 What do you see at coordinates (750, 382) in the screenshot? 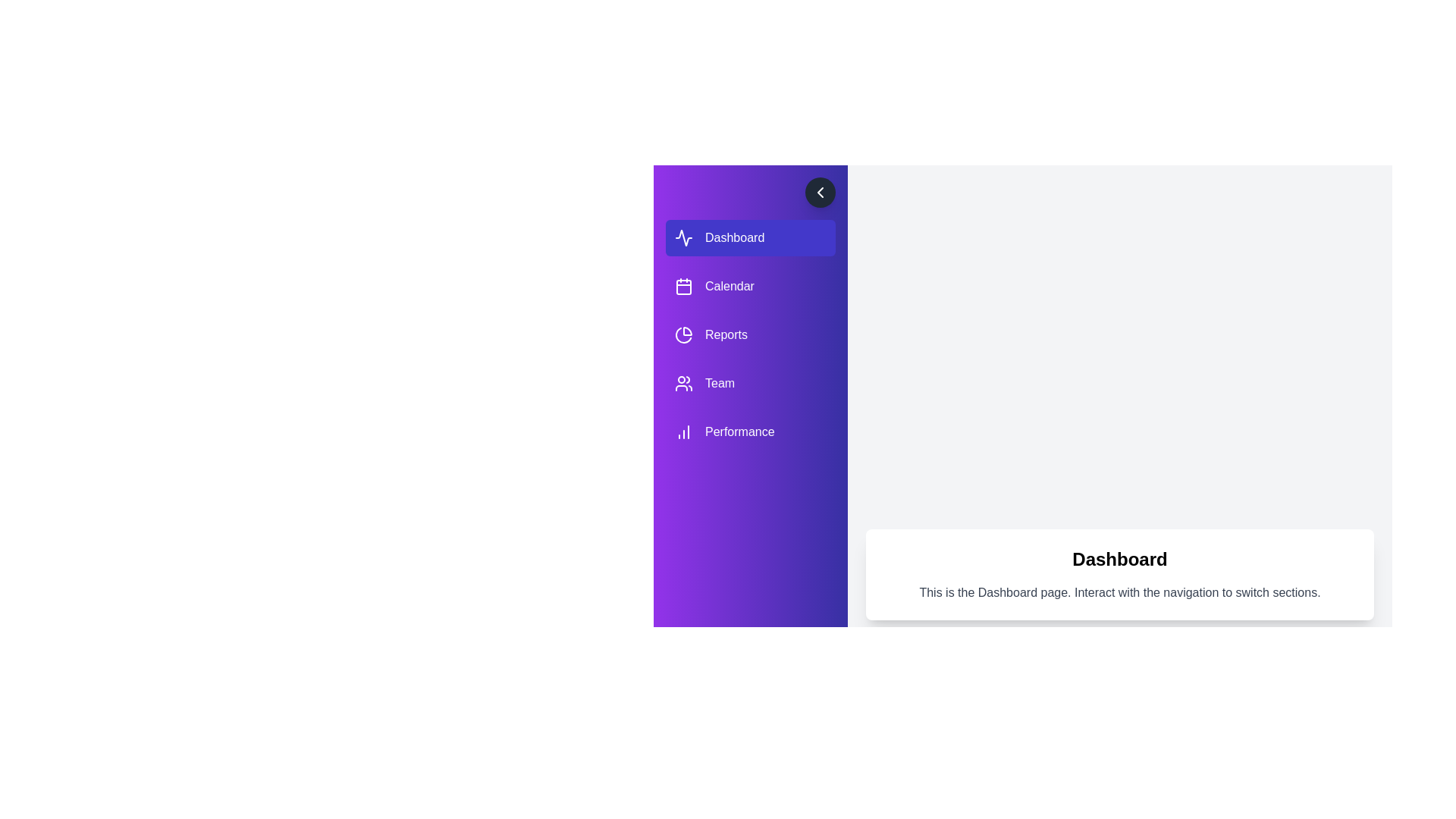
I see `the navigation item labeled Team` at bounding box center [750, 382].